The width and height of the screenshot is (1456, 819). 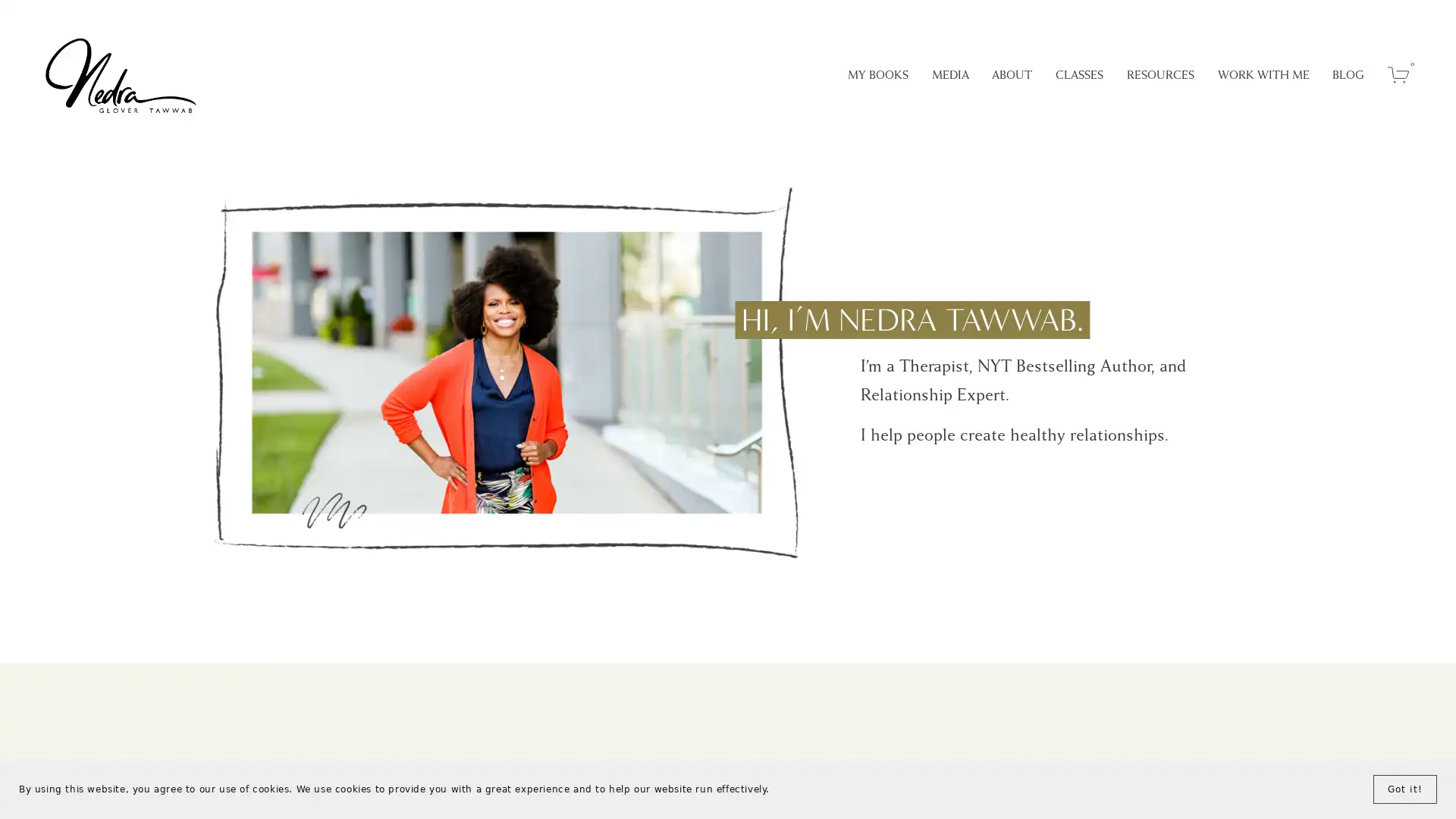 What do you see at coordinates (1404, 789) in the screenshot?
I see `Got it!` at bounding box center [1404, 789].